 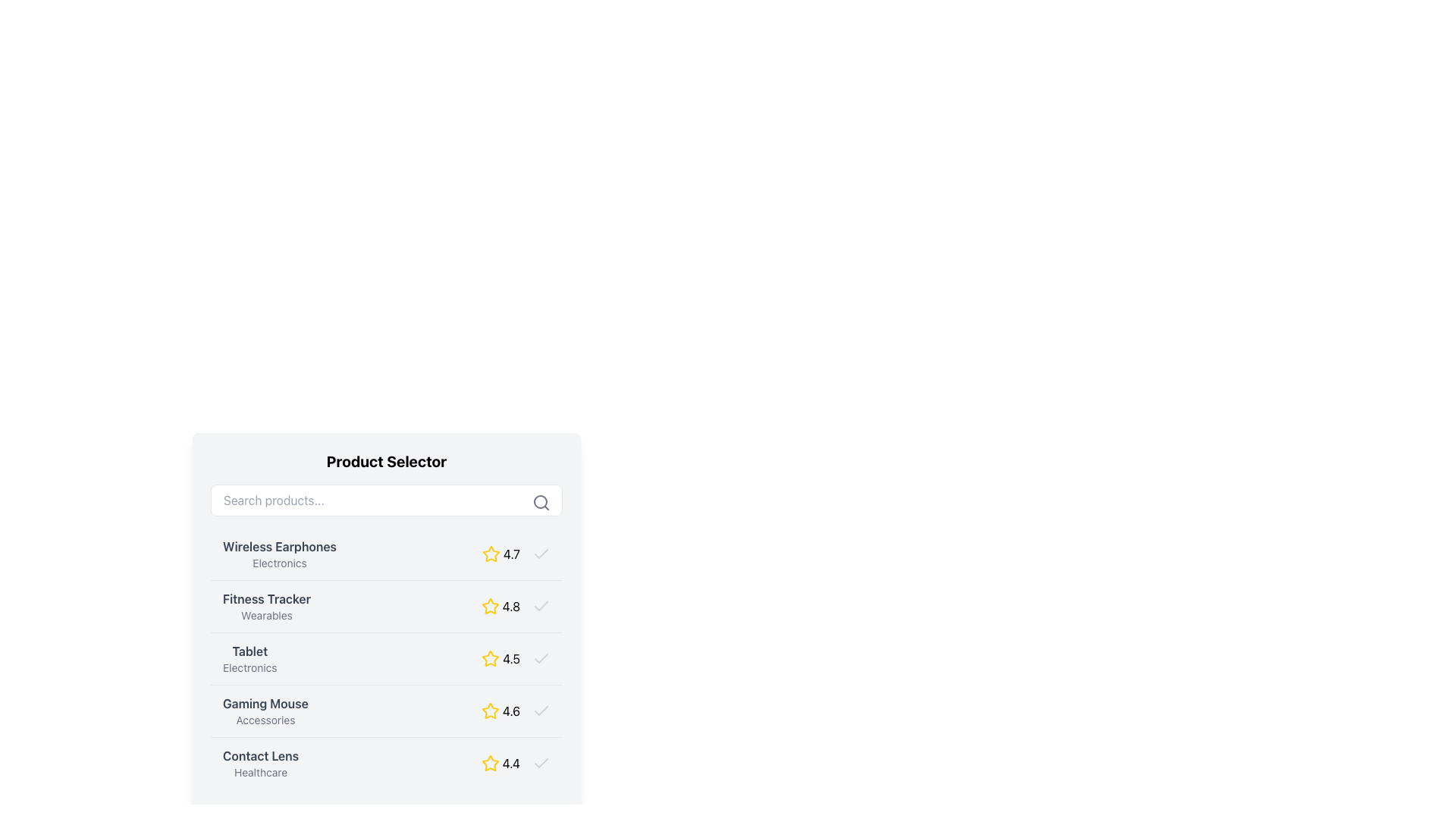 I want to click on the Static Text Label indicating 'Tablet', which is the third item in the product selector section of the vertical list, so click(x=249, y=651).